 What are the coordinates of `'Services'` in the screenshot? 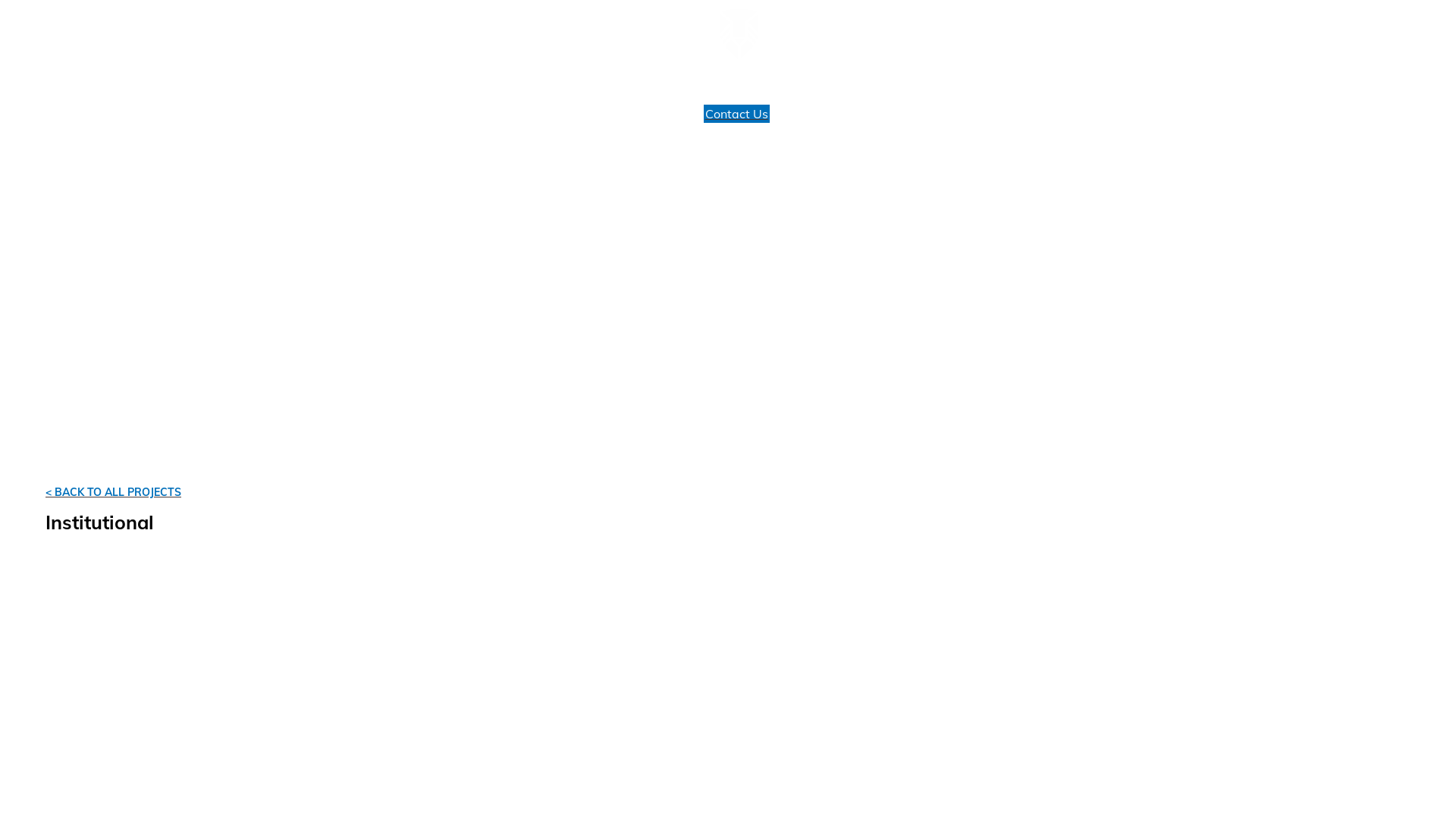 It's located at (63, 88).